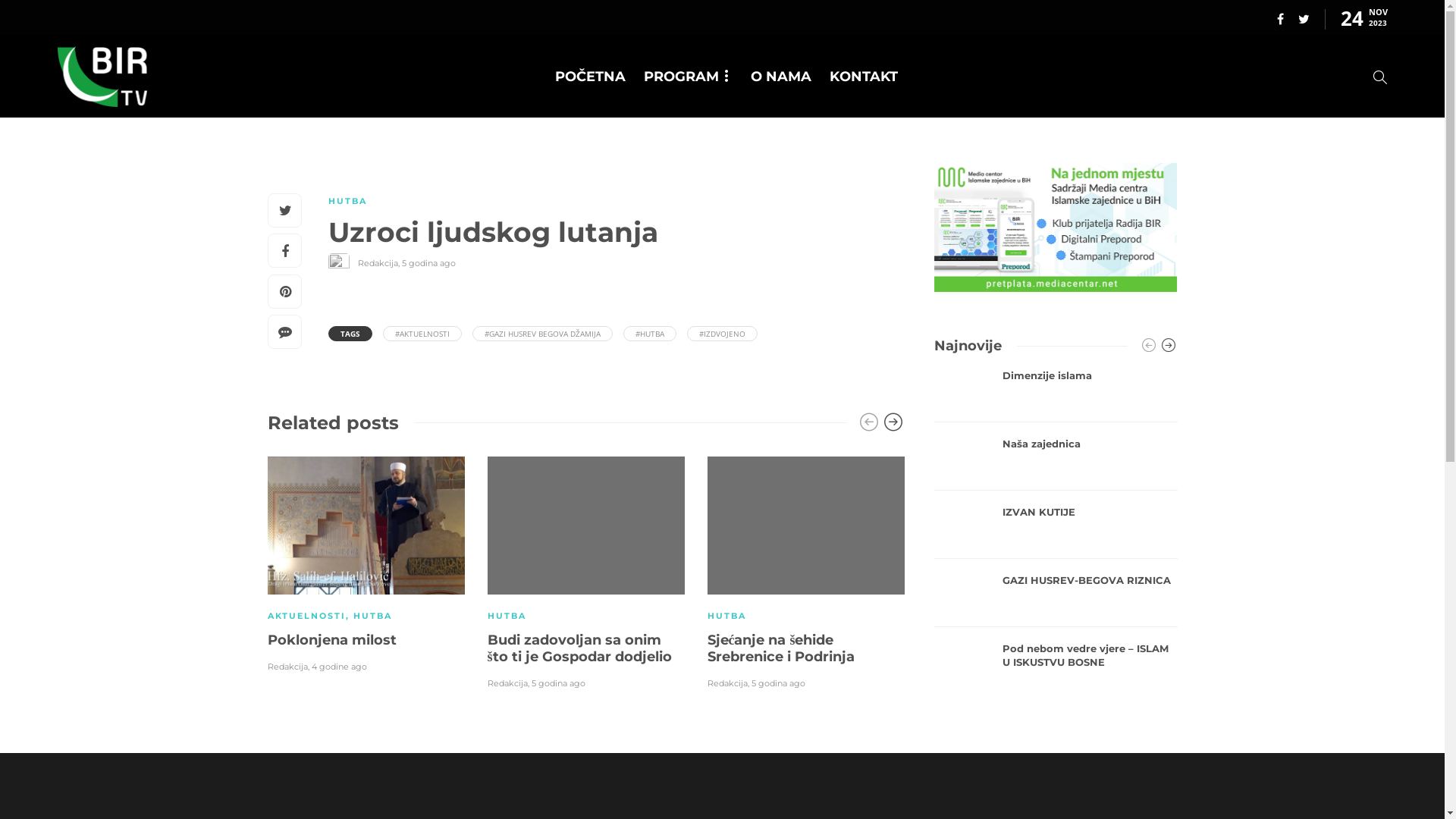 This screenshot has width=1456, height=819. I want to click on 'PROGRAM', so click(687, 76).